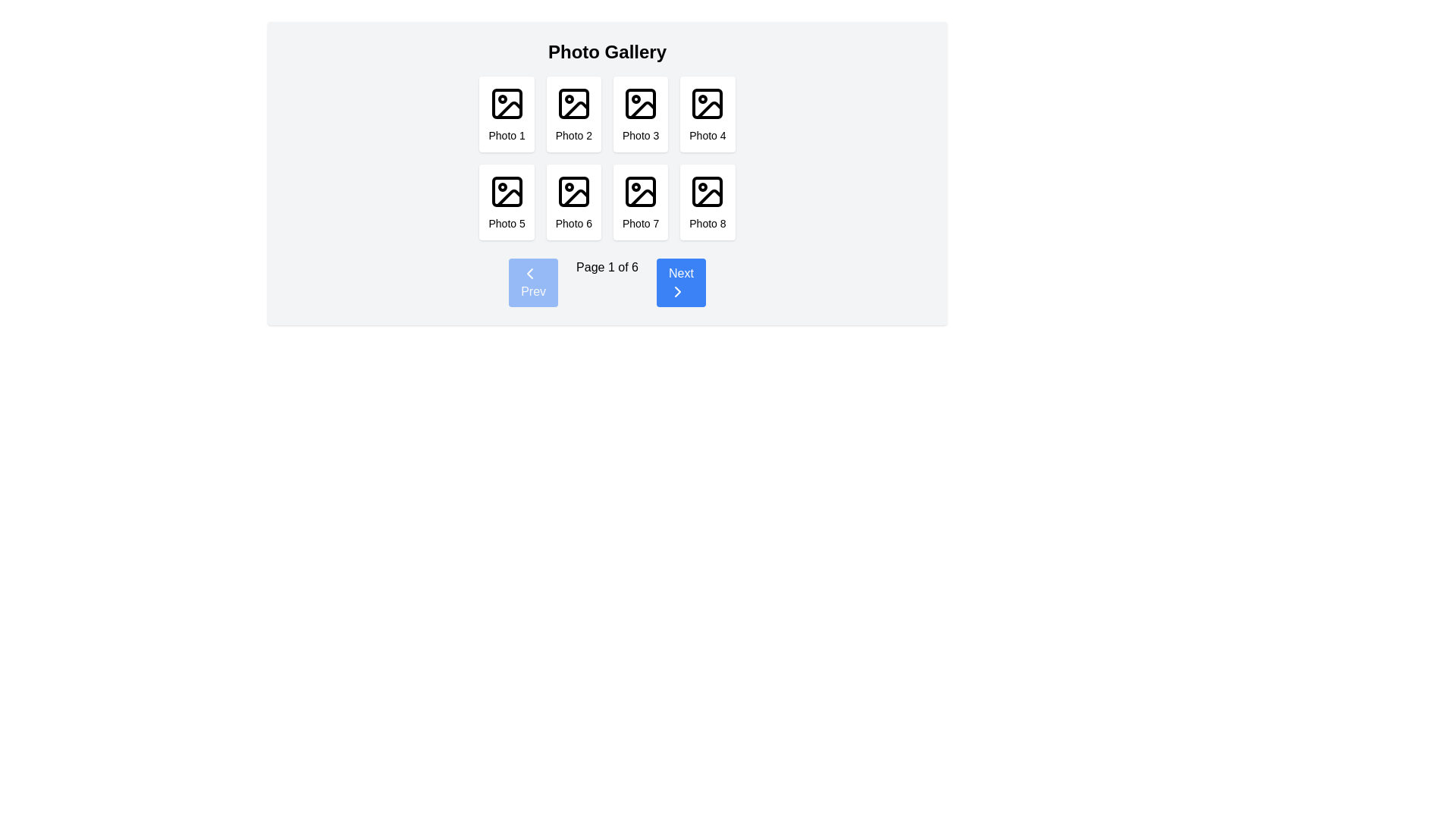 The height and width of the screenshot is (819, 1456). What do you see at coordinates (641, 223) in the screenshot?
I see `the text label that identifies the associated photo in the gallery, located on the seventh position in the grid of photos in the 'Photo Gallery' section` at bounding box center [641, 223].